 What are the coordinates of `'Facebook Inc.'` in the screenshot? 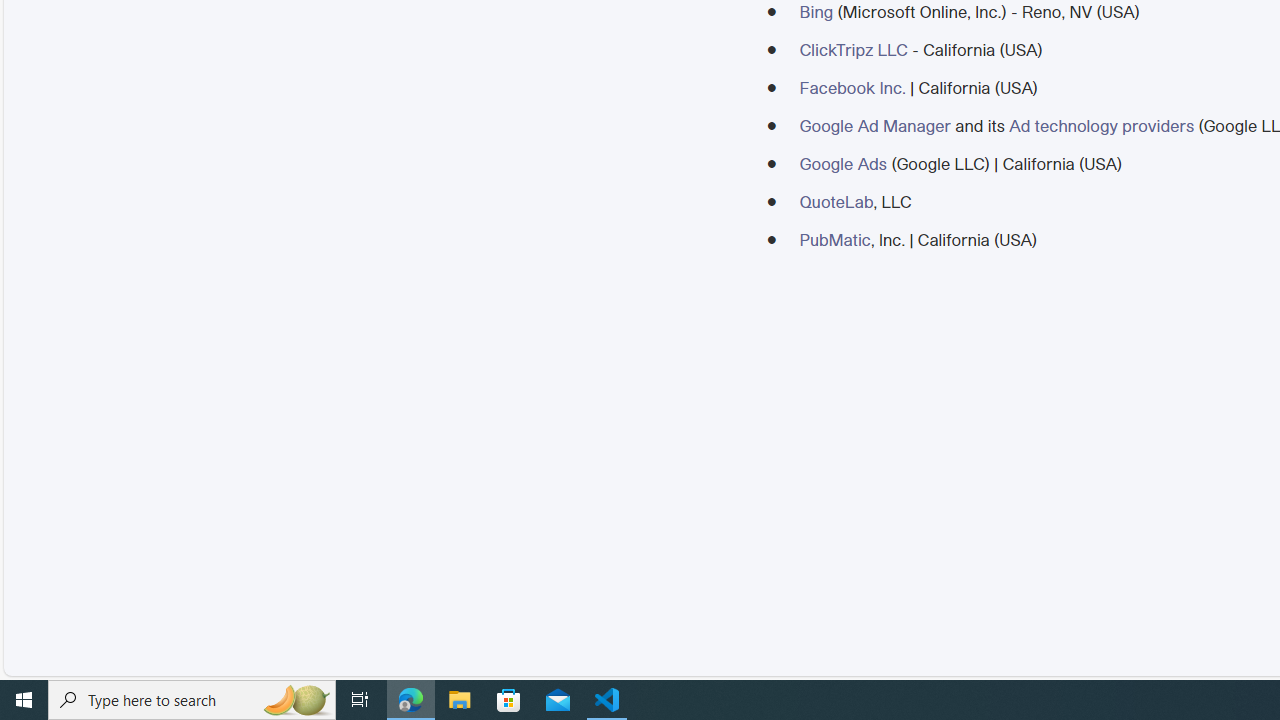 It's located at (852, 86).